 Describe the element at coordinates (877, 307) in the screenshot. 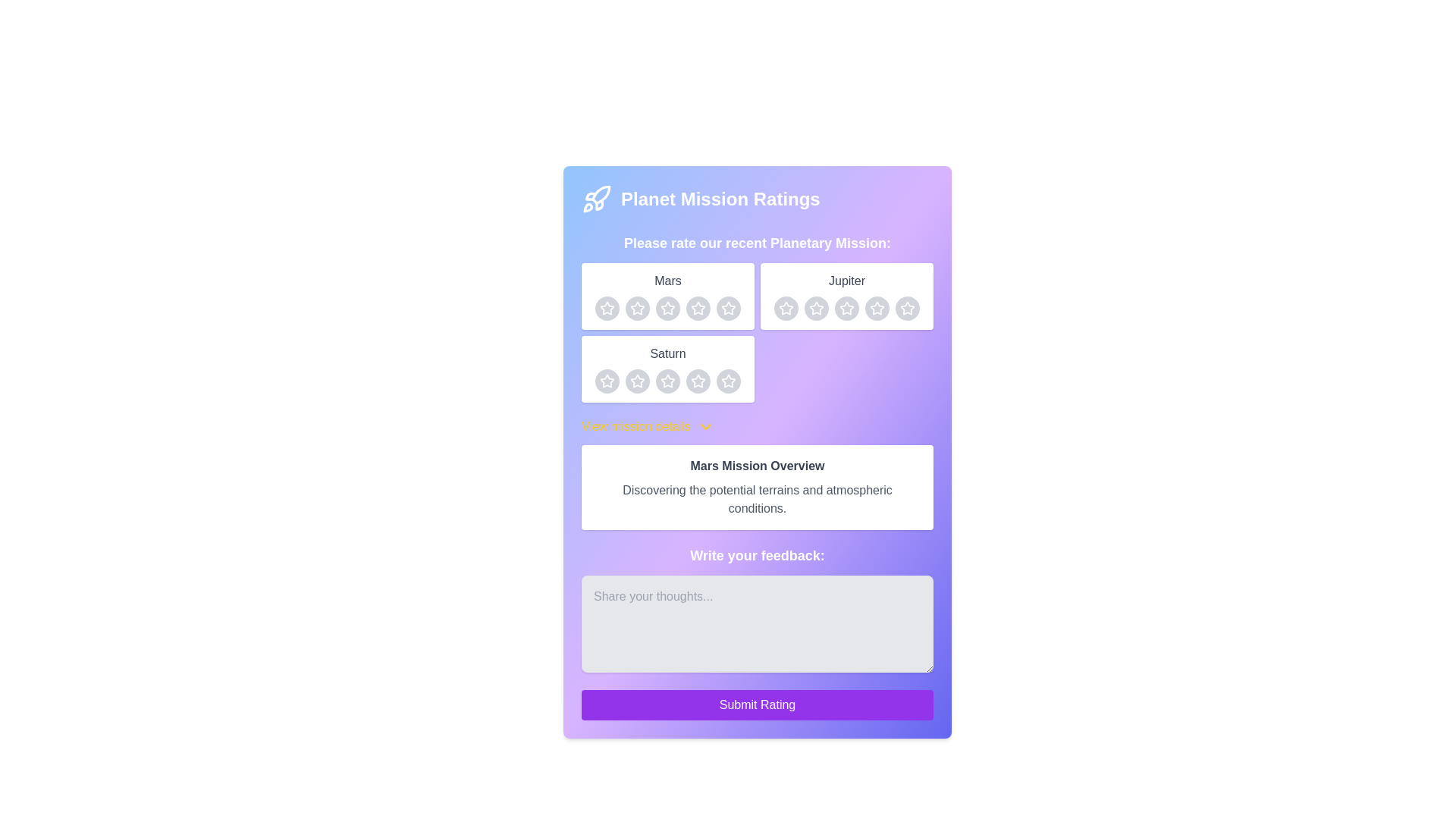

I see `the fourth rating star under the 'Jupiter' label` at that location.